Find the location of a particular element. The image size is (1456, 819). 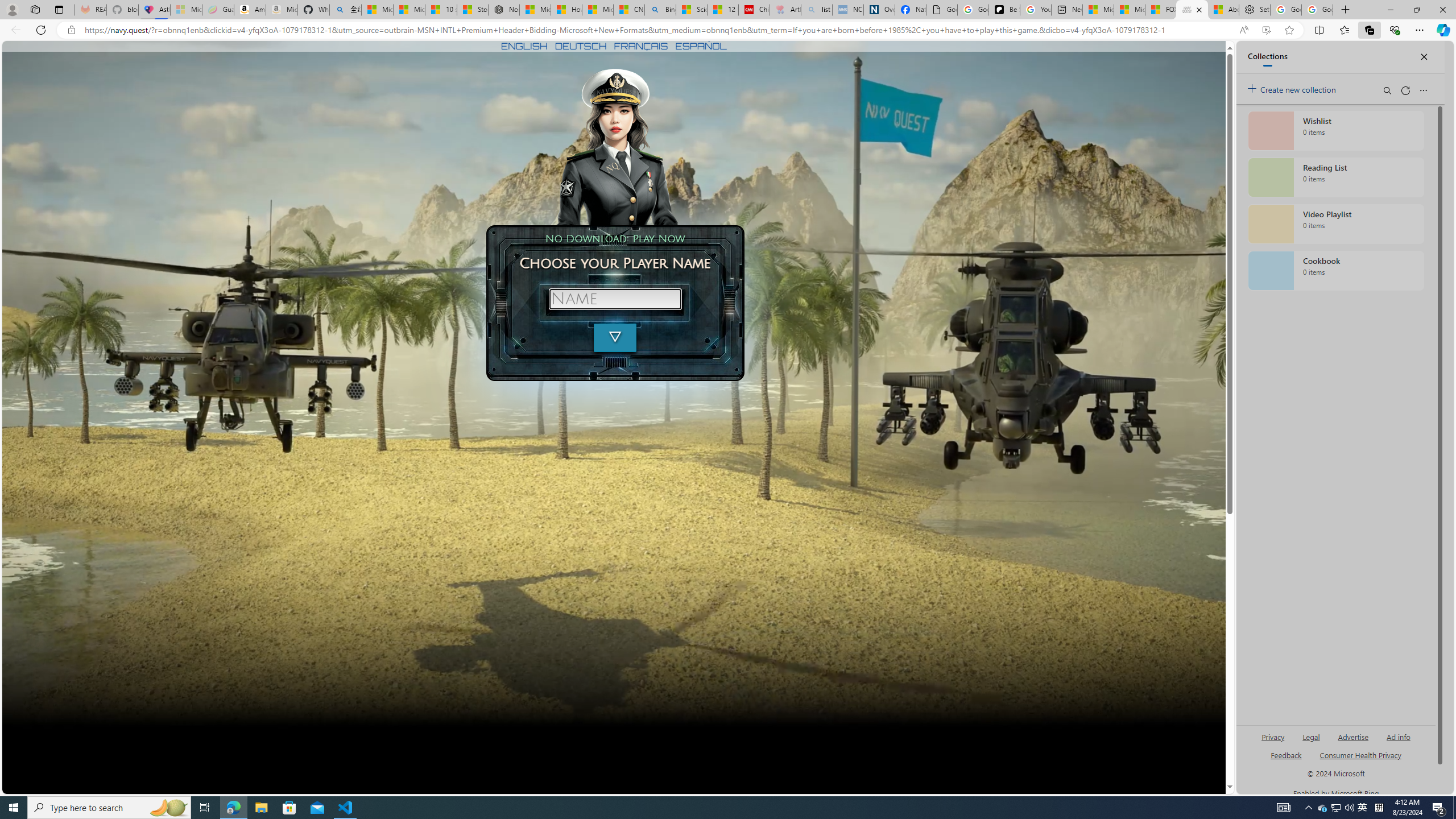

'How I Got Rid of Microsoft Edge' is located at coordinates (565, 9).